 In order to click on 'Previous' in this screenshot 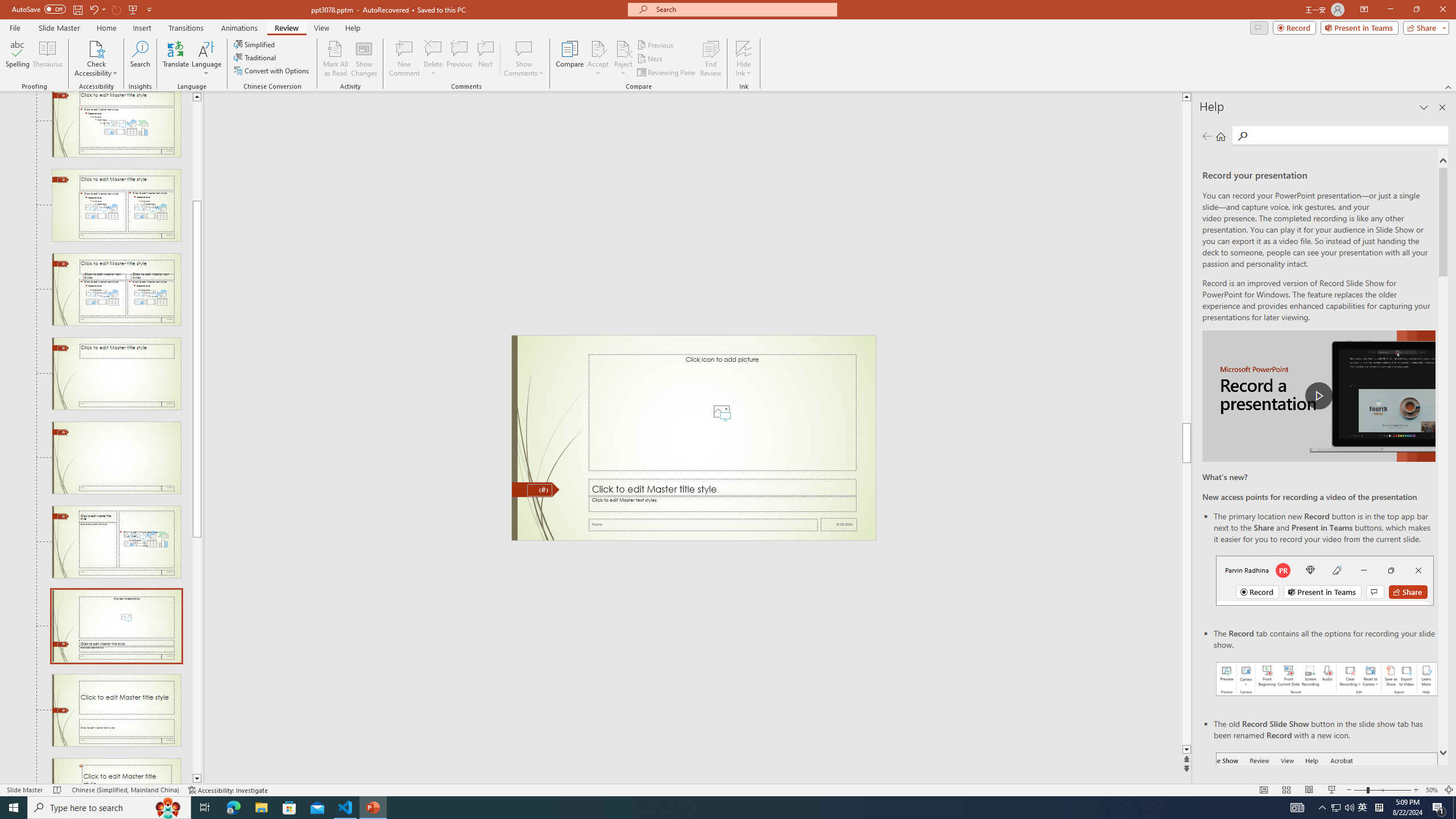, I will do `click(656, 44)`.